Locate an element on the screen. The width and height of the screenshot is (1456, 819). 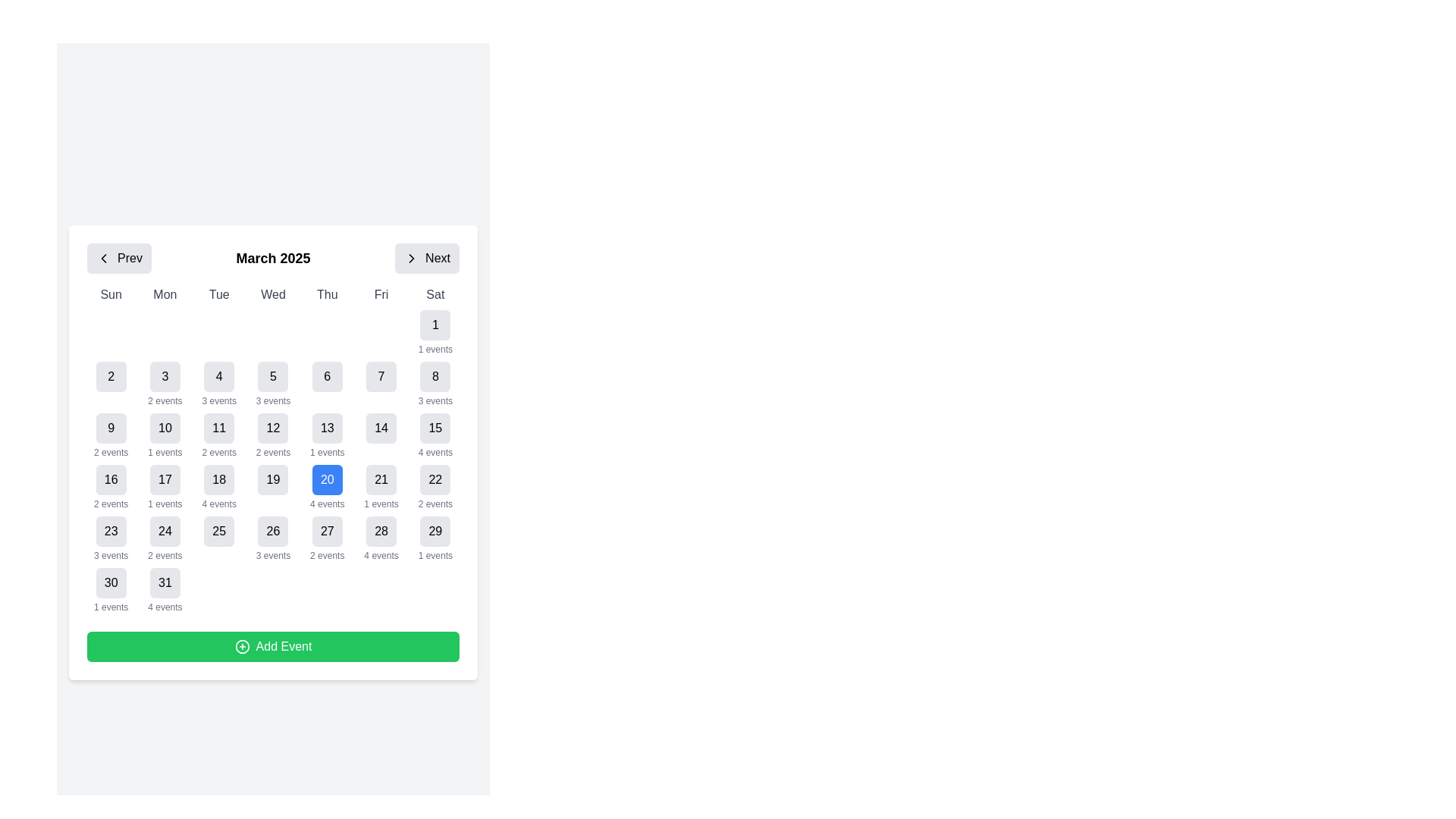
the text label that informs the user about the number of events scheduled for the respective day, located directly beneath the rounded square for the ninth day of the March 2025 calendar is located at coordinates (110, 452).